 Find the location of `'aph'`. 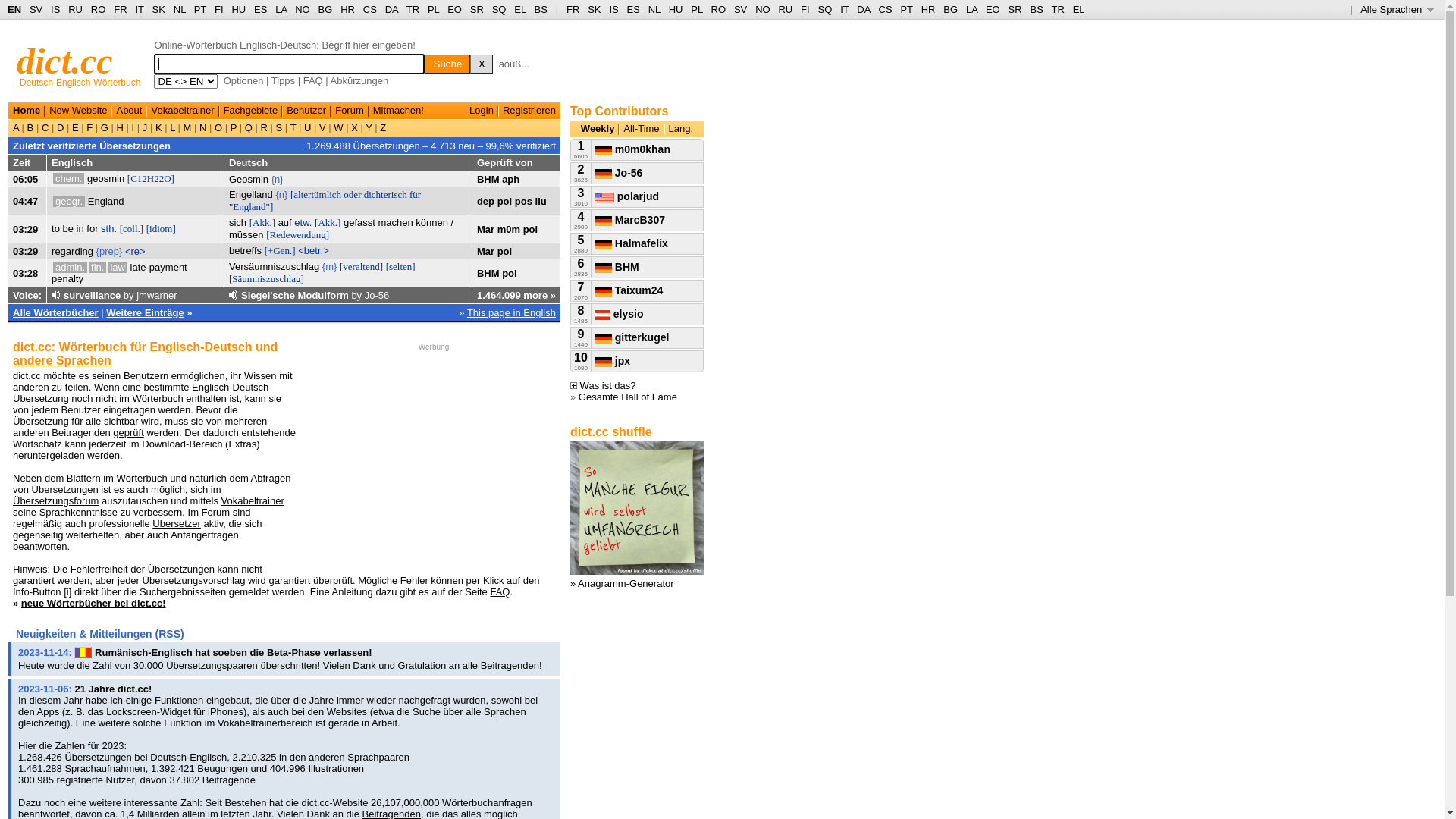

'aph' is located at coordinates (510, 177).